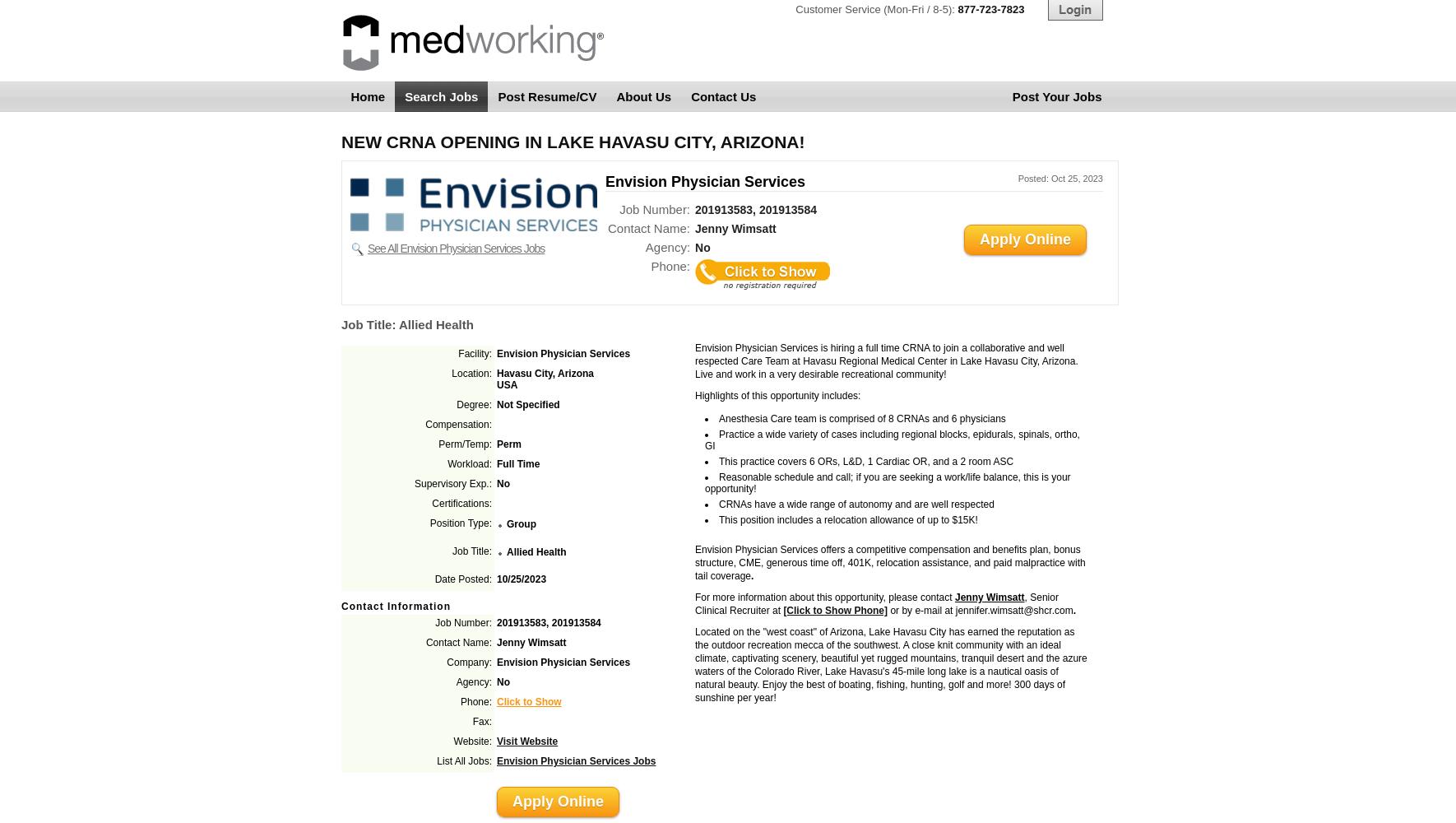 The width and height of the screenshot is (1456, 823). I want to click on 'Full Time', so click(517, 463).